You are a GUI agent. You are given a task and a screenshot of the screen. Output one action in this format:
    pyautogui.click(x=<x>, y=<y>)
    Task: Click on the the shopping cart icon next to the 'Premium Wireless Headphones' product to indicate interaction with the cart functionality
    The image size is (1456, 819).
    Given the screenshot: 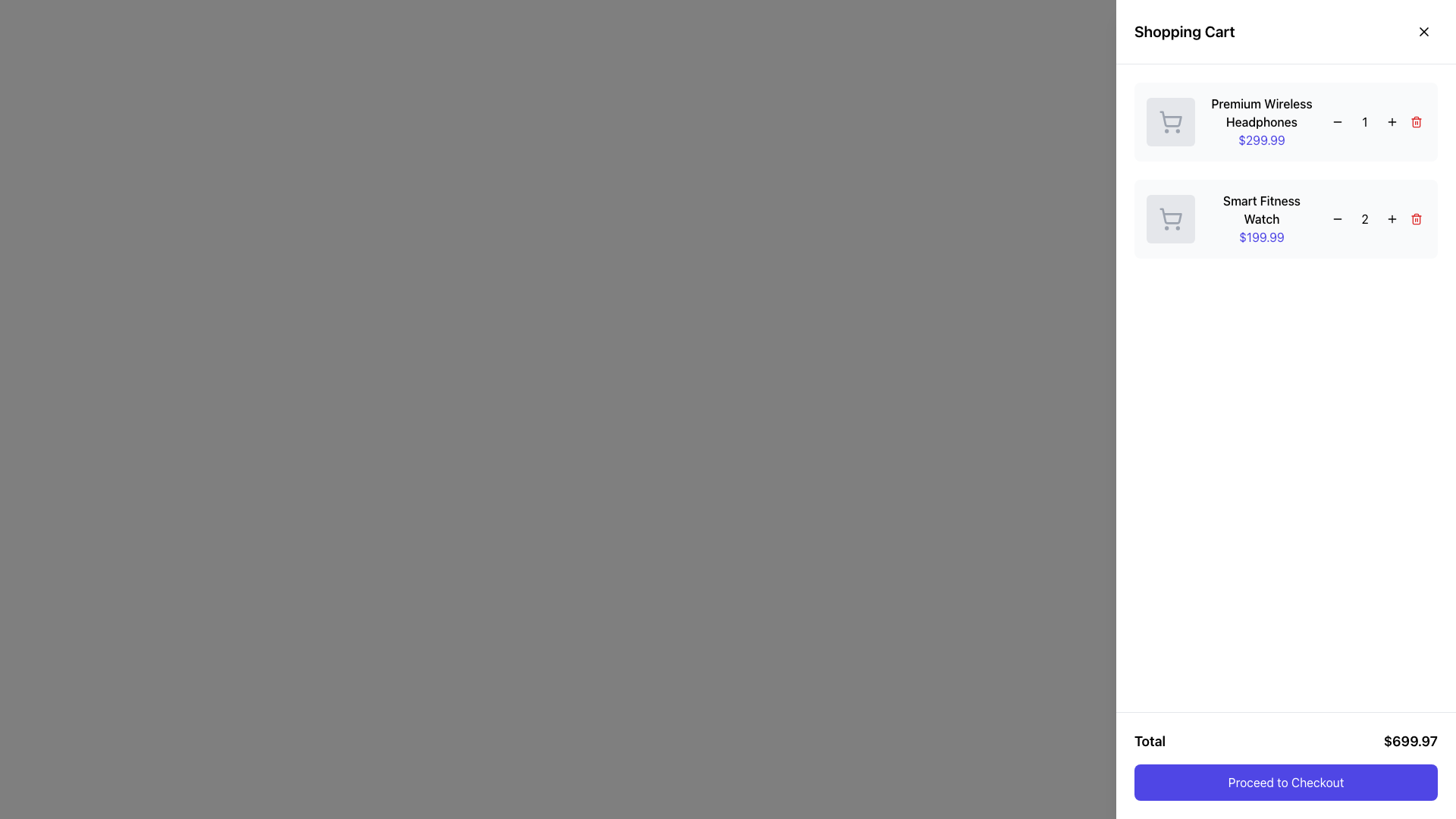 What is the action you would take?
    pyautogui.click(x=1170, y=121)
    